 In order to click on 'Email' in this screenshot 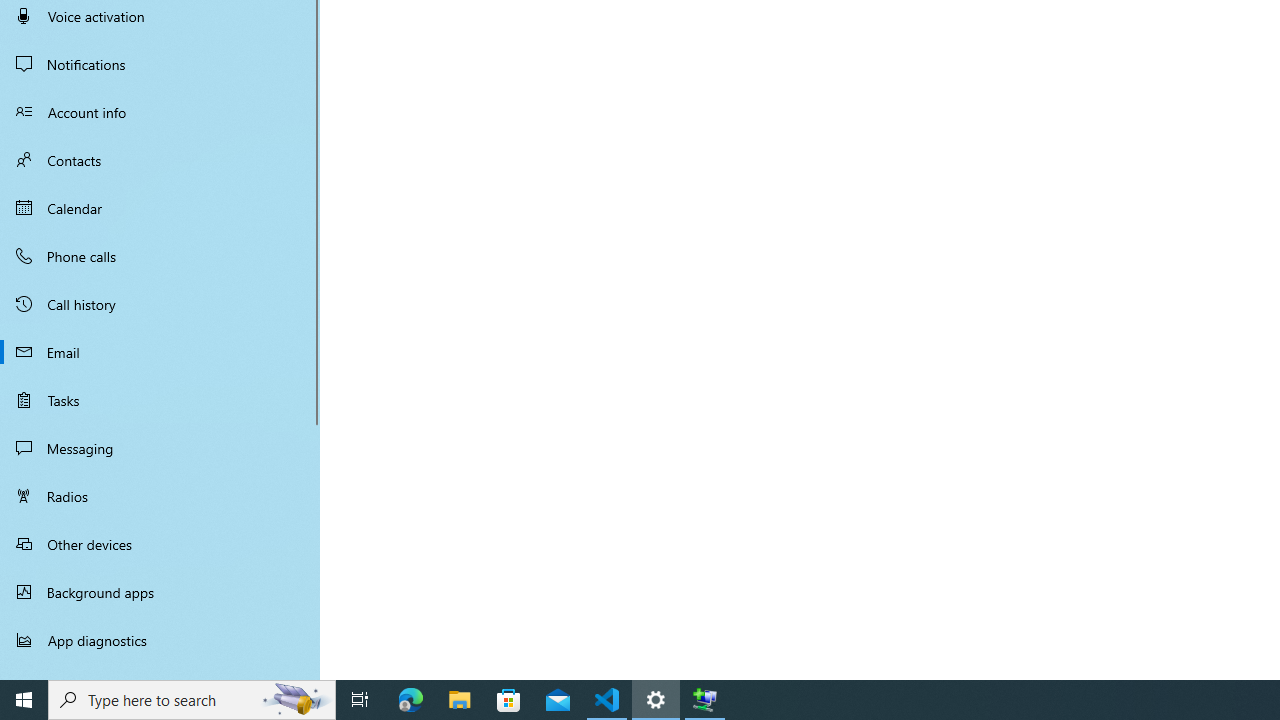, I will do `click(160, 351)`.